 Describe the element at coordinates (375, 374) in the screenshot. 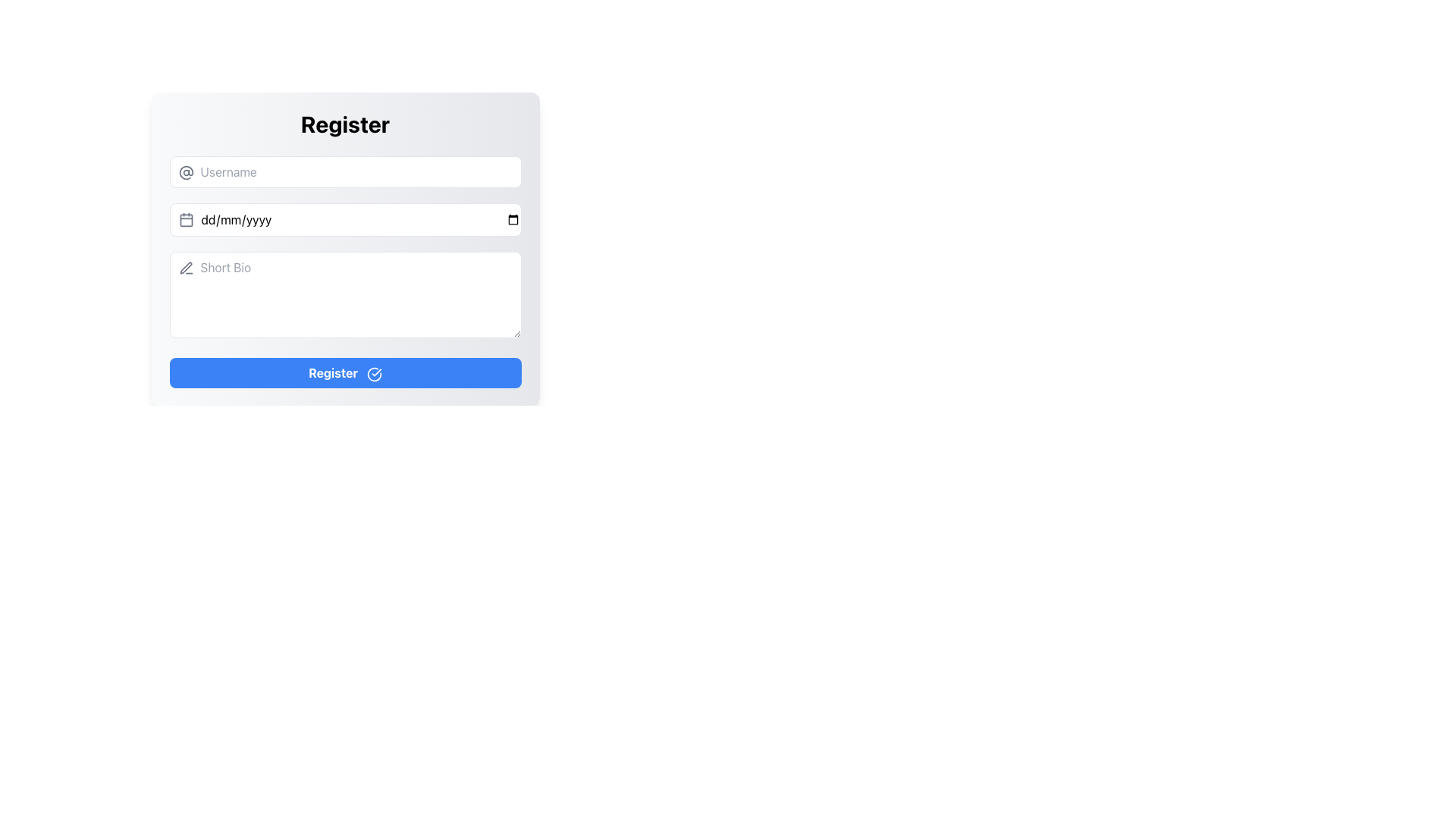

I see `the circular icon with a checkmark inside, which is located at the far right side of the 'Register' button, centrally aligned within the button's vertical bounds` at that location.